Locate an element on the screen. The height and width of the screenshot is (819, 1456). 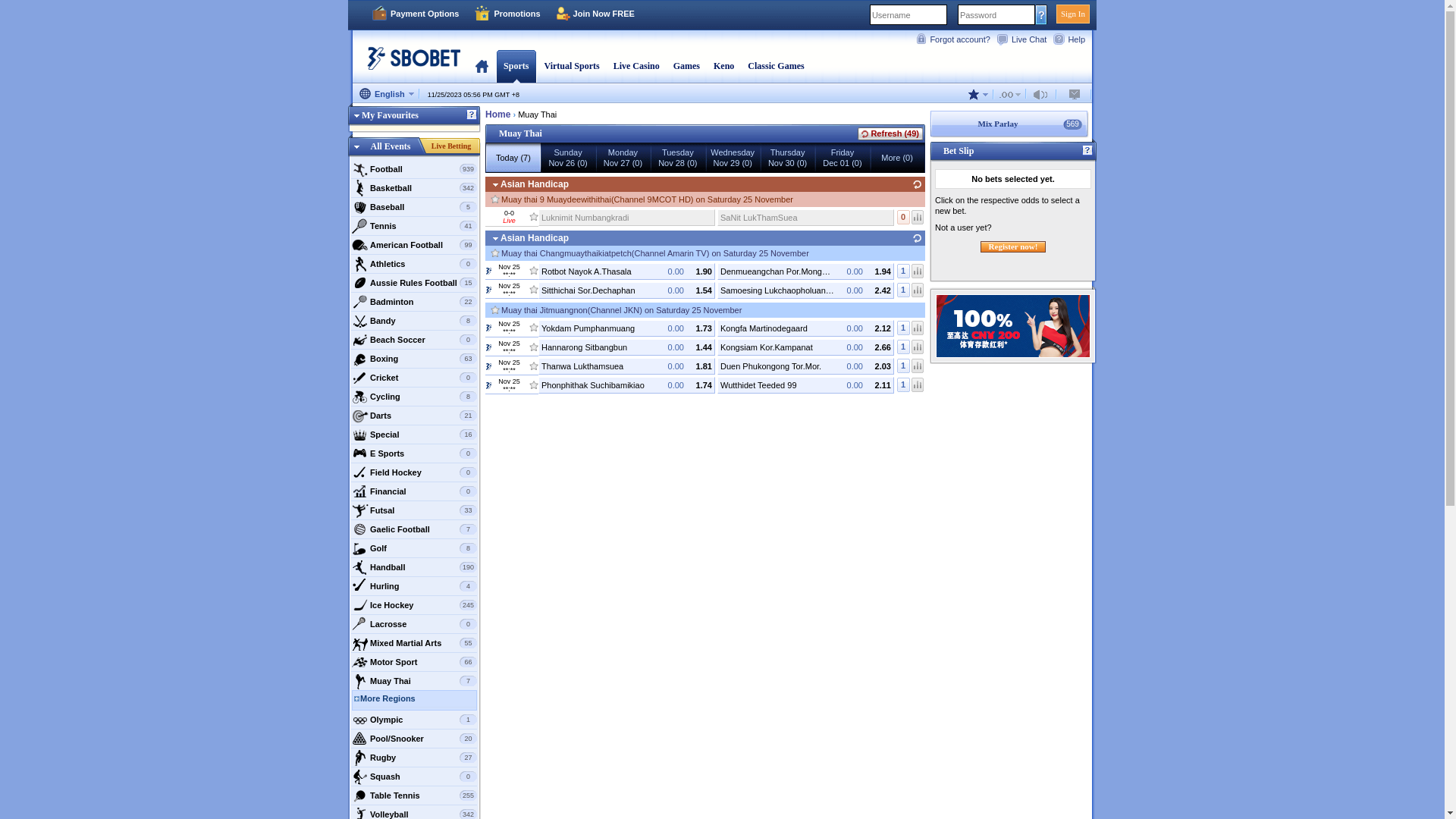
'Friday is located at coordinates (814, 158).